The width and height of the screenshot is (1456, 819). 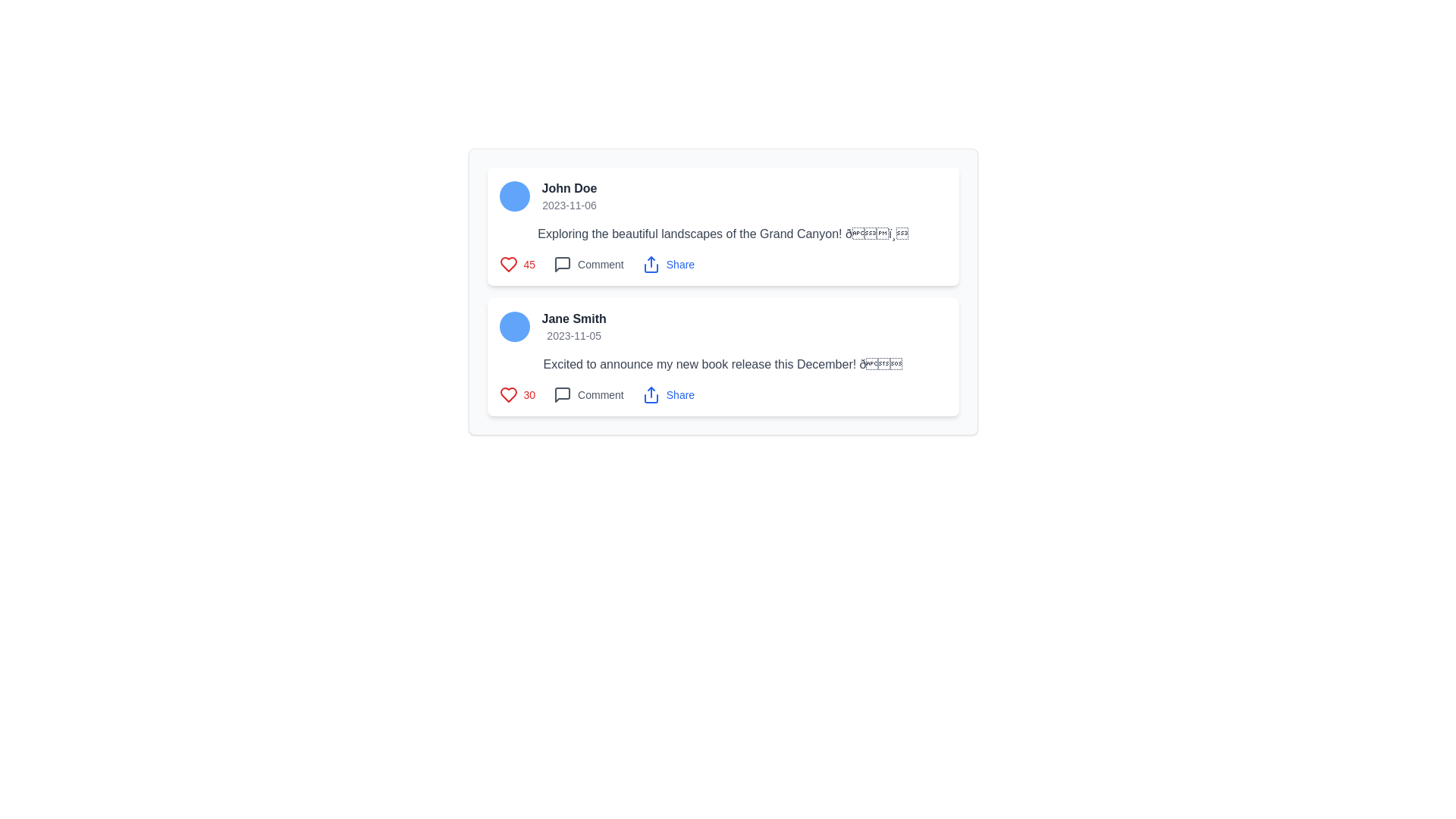 I want to click on the upward-pointing blue arrow button in the 'Share' section of Jane Smith's post, so click(x=651, y=394).